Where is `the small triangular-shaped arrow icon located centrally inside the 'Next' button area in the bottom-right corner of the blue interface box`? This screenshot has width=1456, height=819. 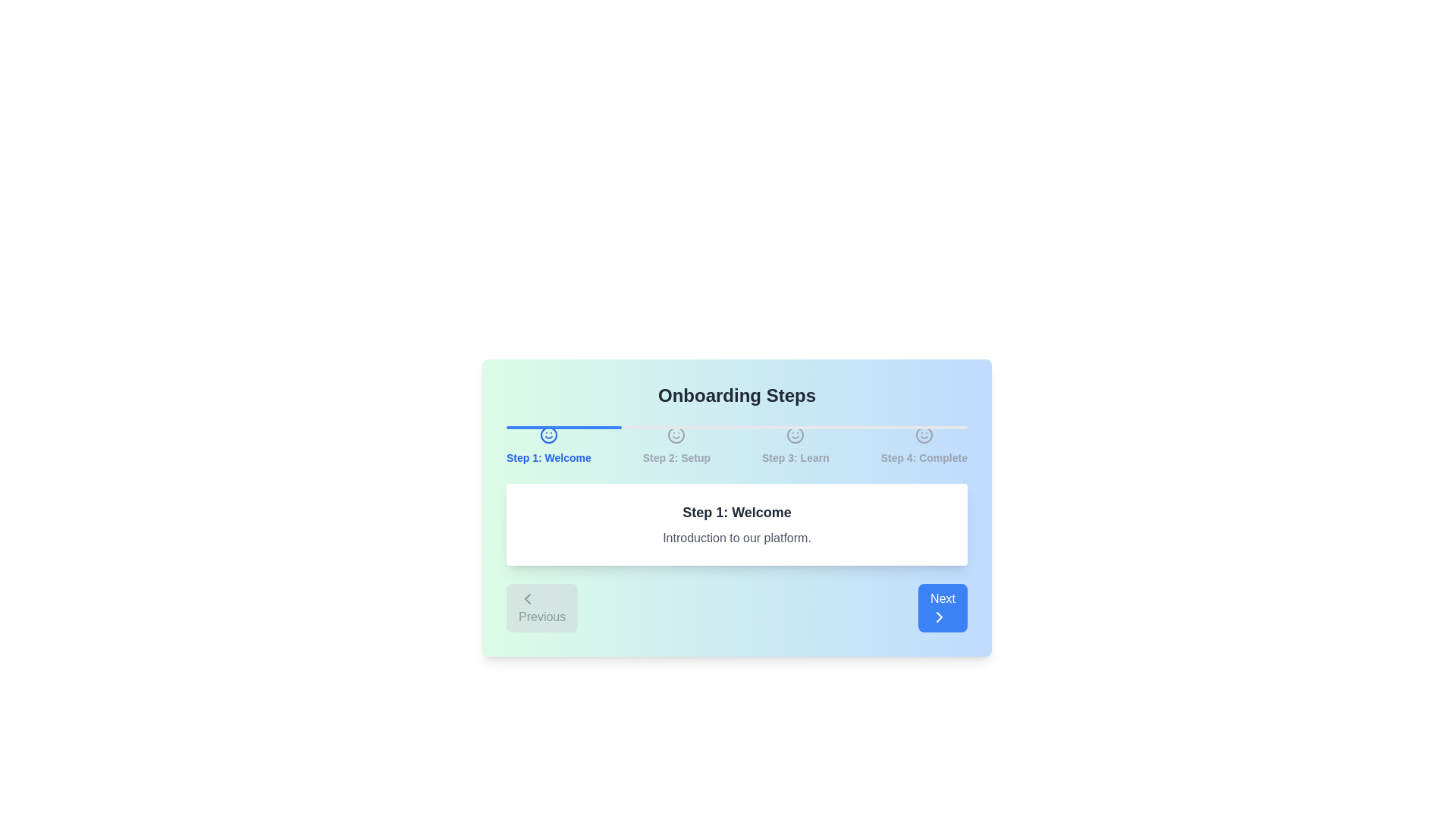
the small triangular-shaped arrow icon located centrally inside the 'Next' button area in the bottom-right corner of the blue interface box is located at coordinates (939, 617).